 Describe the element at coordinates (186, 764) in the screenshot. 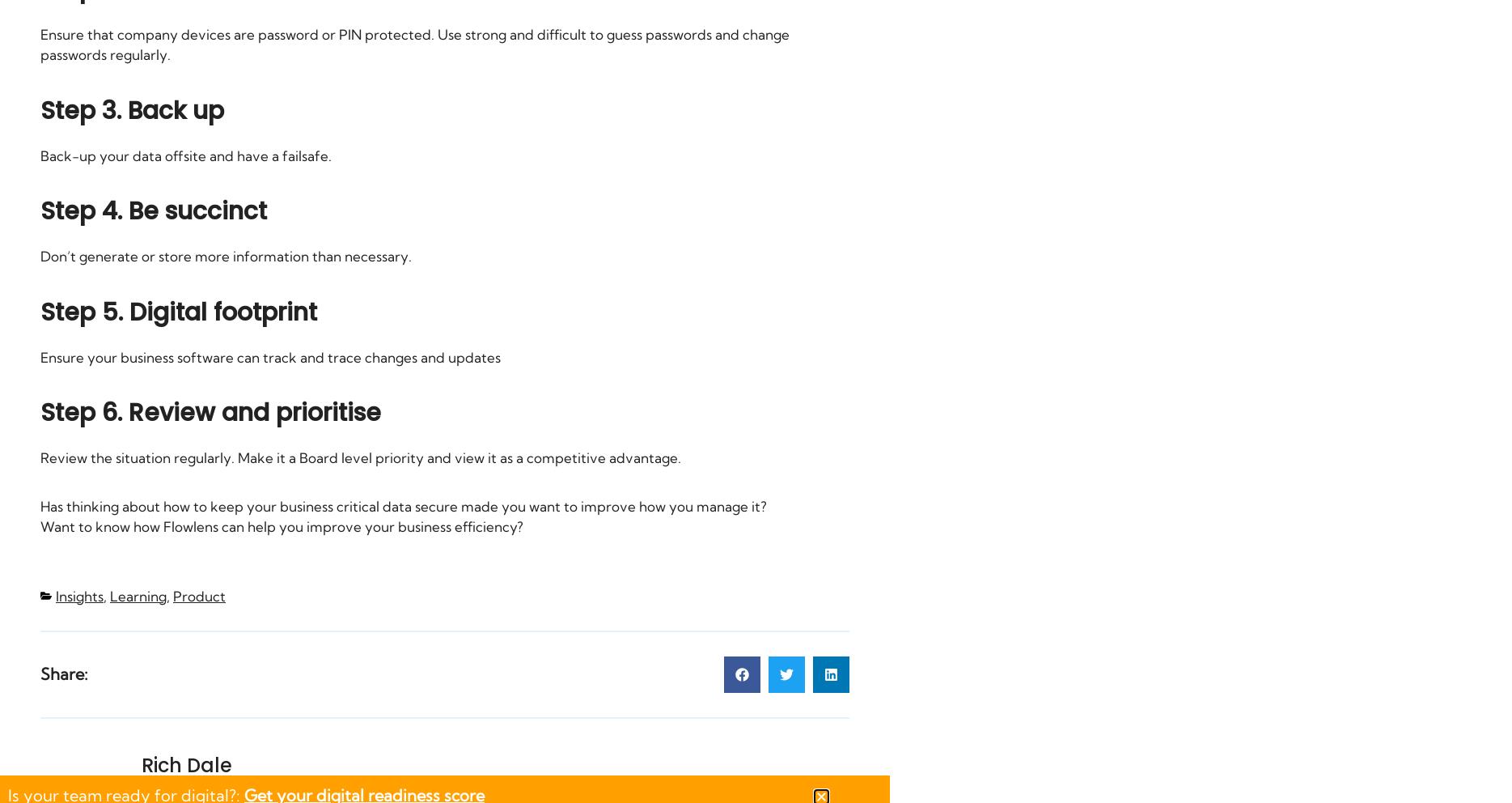

I see `'Rich Dale'` at that location.